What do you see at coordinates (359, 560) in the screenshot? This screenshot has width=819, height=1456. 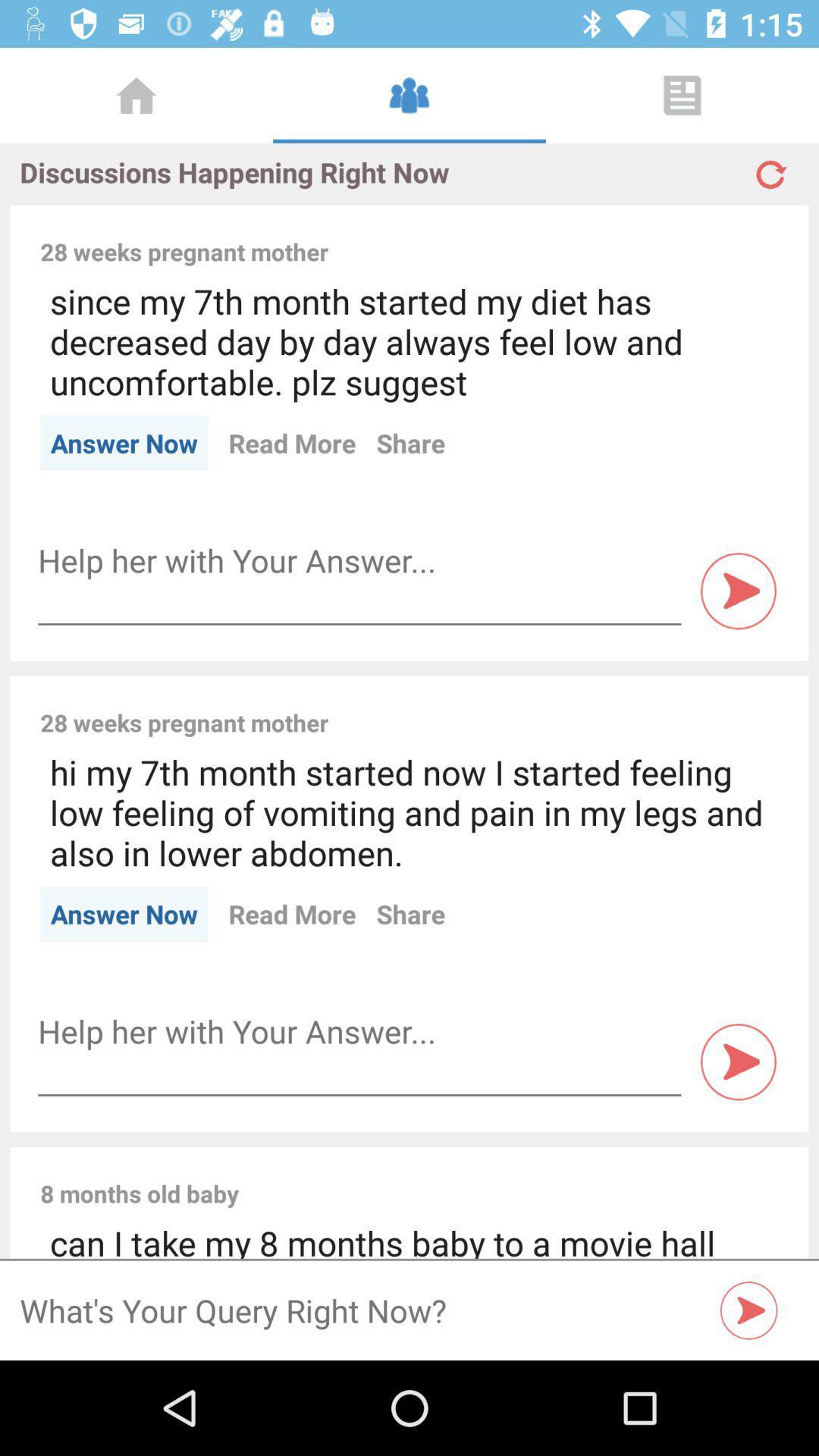 I see `answer discussion prompt` at bounding box center [359, 560].